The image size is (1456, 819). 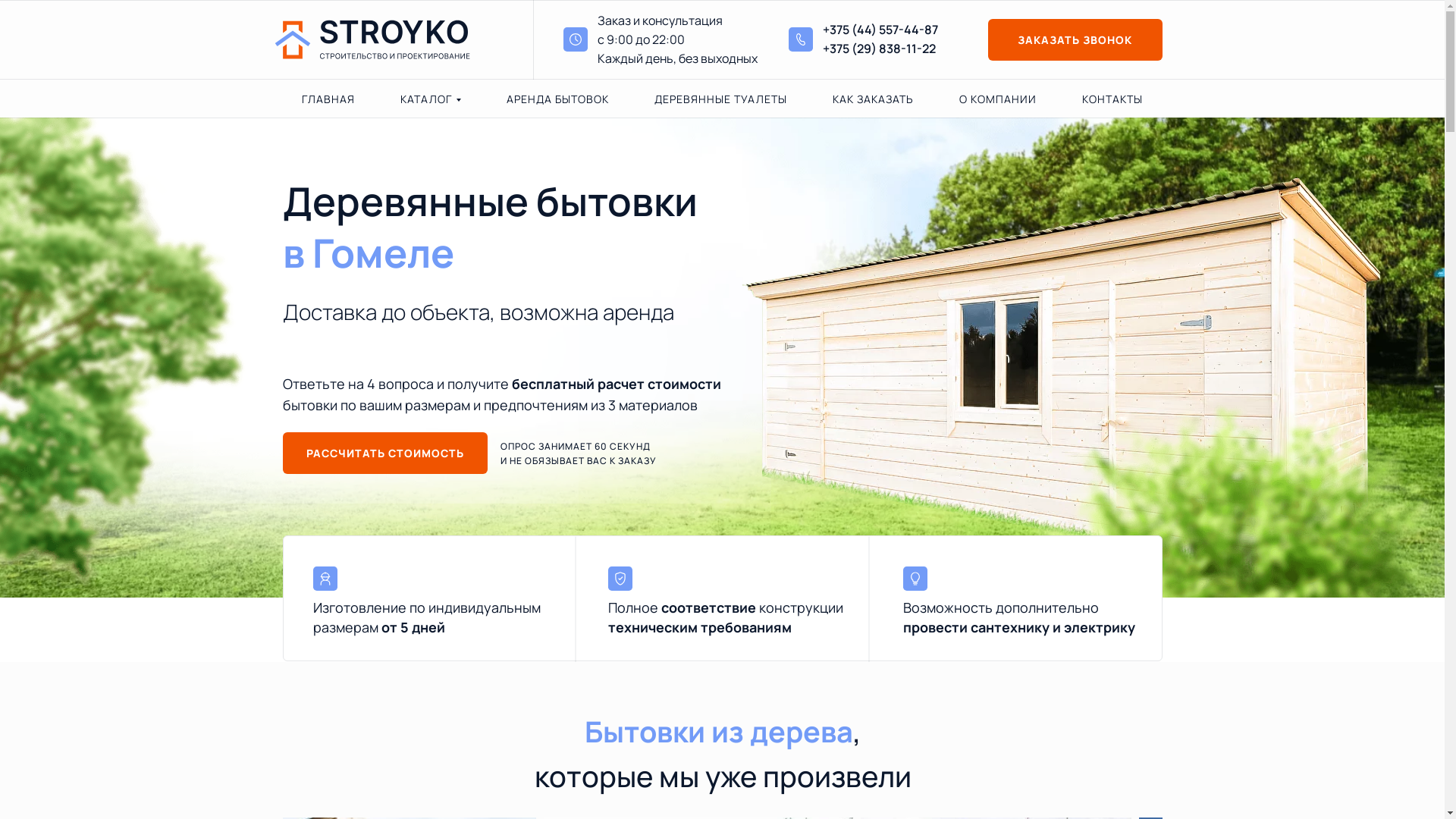 What do you see at coordinates (878, 48) in the screenshot?
I see `'+375 (29) 838-11-22'` at bounding box center [878, 48].